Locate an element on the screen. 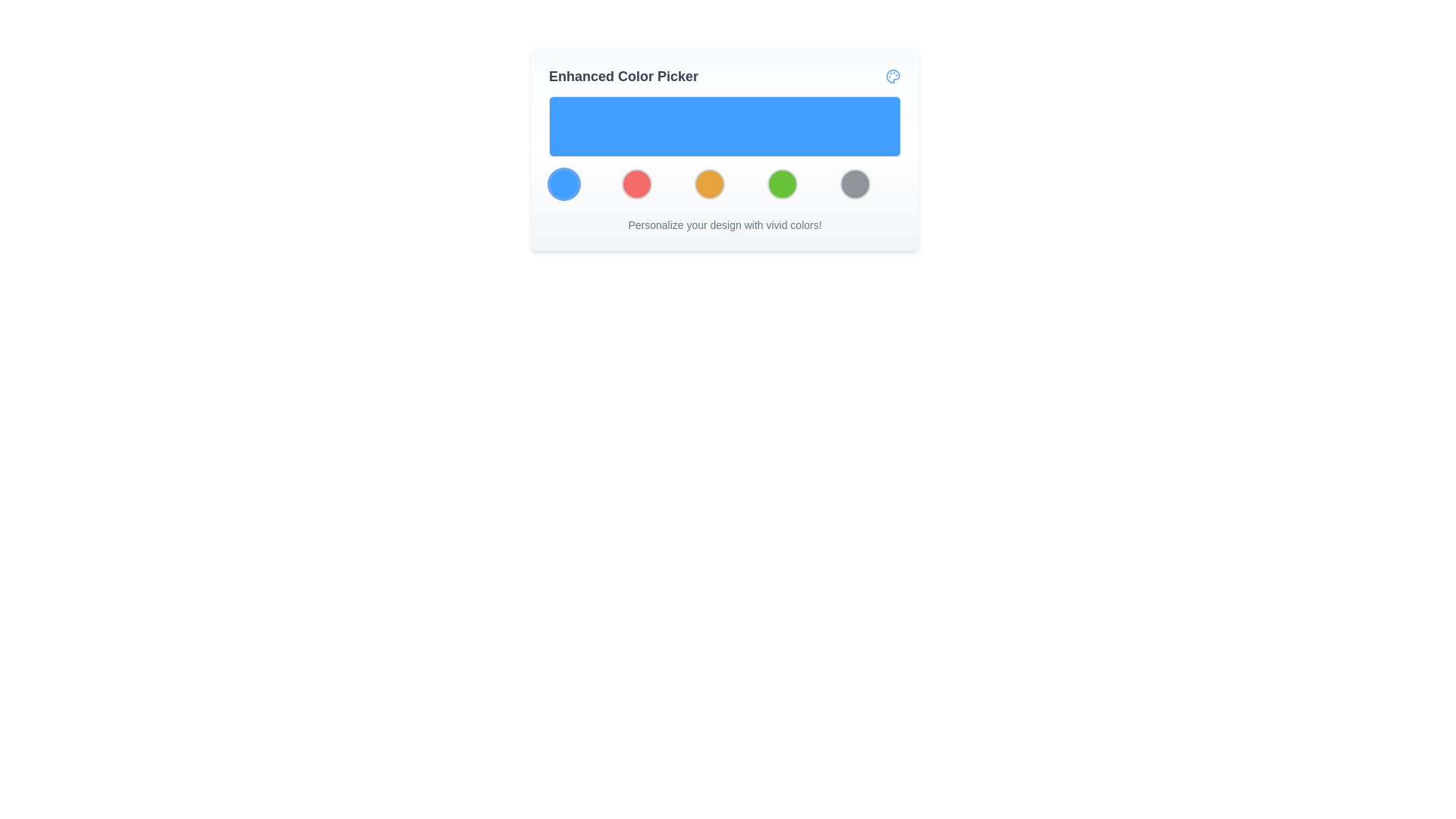 The width and height of the screenshot is (1456, 819). the fifth circular button with a gray background and light border, located in the bottom-right corner underneath a blue rectangular input area, to activate its hover effect is located at coordinates (855, 184).